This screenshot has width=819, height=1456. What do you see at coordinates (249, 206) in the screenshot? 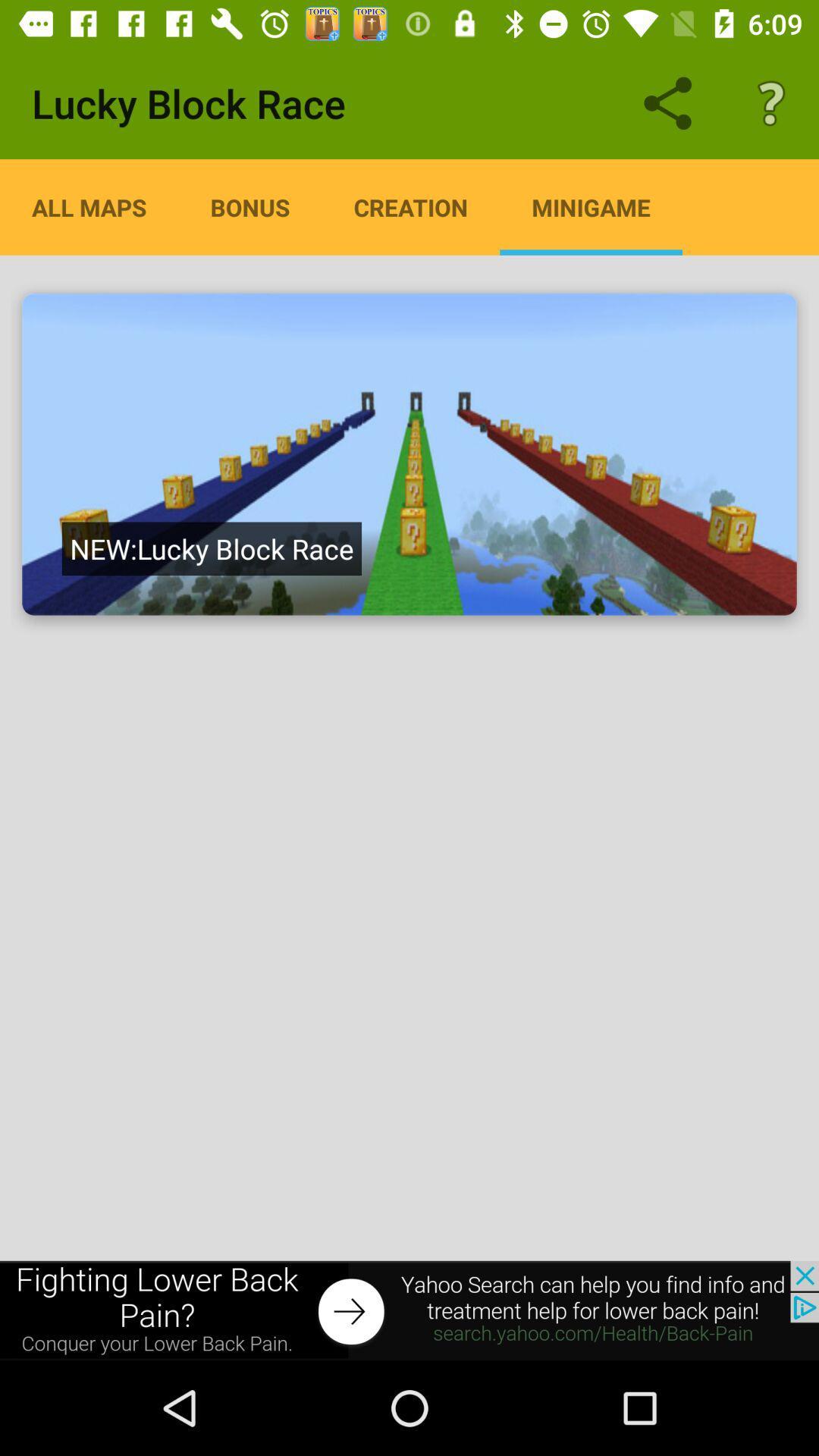
I see `the button beside all maps` at bounding box center [249, 206].